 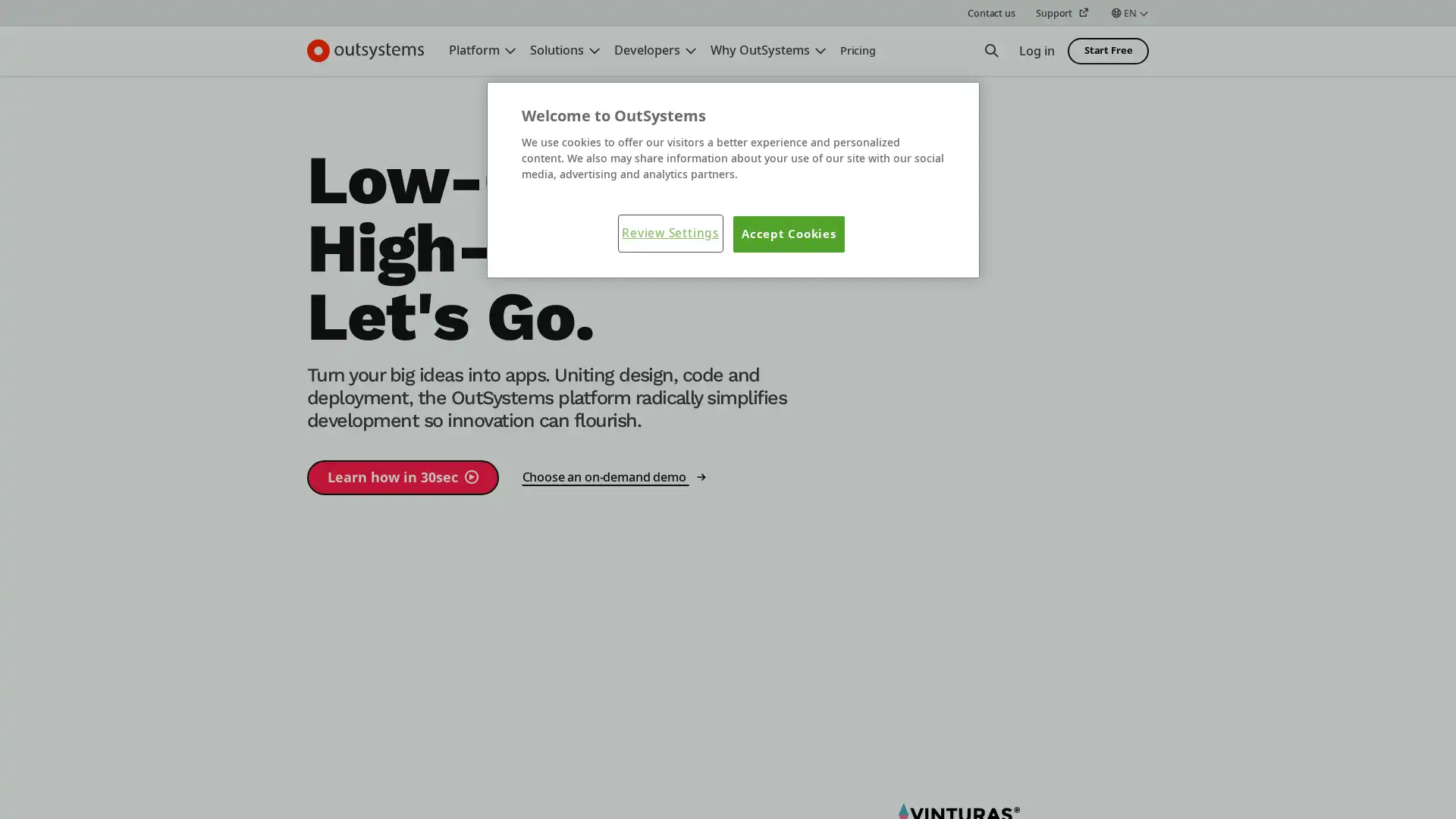 What do you see at coordinates (563, 49) in the screenshot?
I see `Solutions` at bounding box center [563, 49].